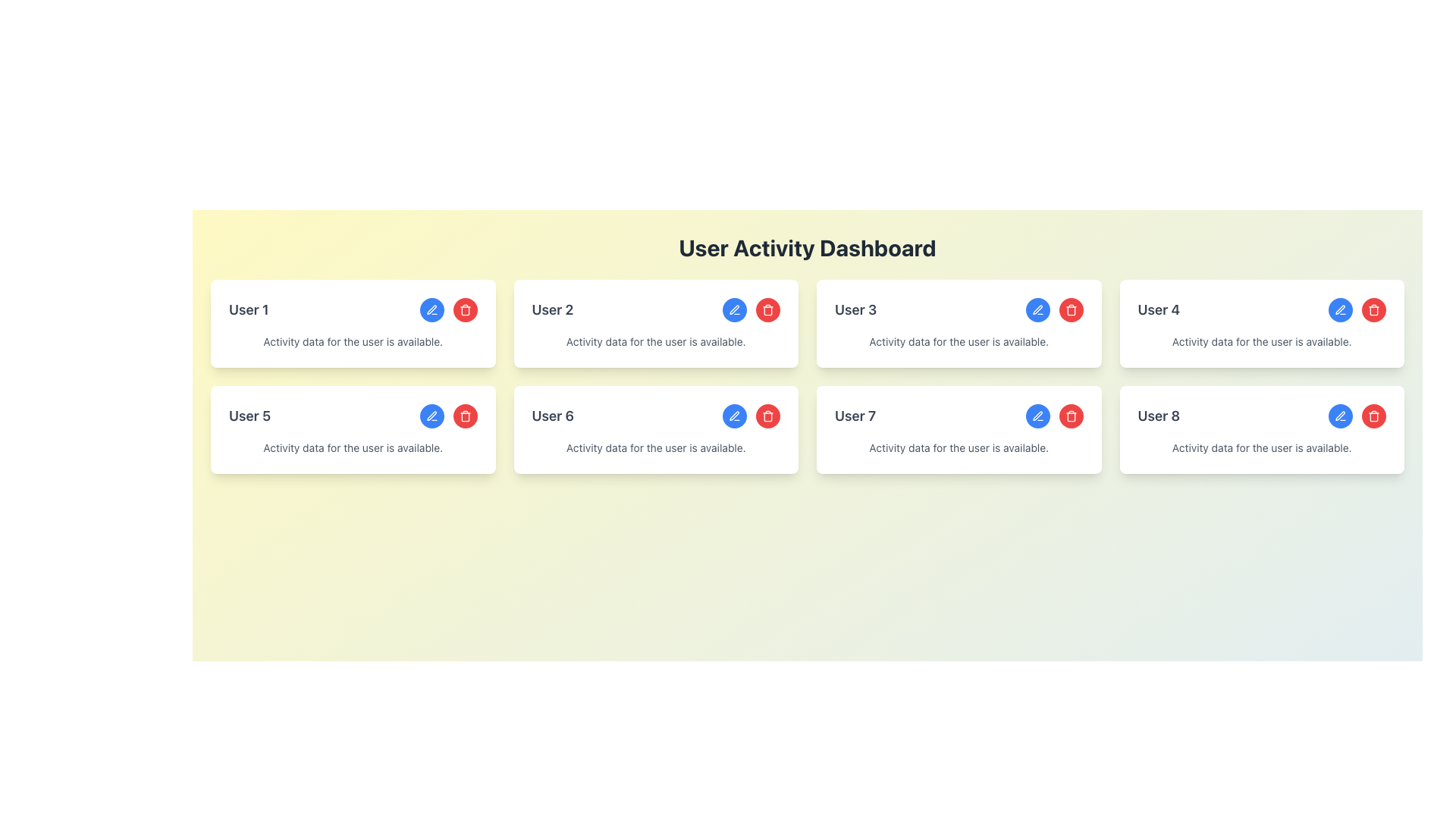  Describe the element at coordinates (552, 309) in the screenshot. I see `the text label displaying 'User 2' in bold dark gray font, located in the second card of a 4x2 grid layout, adjacent to the edit and delete buttons` at that location.